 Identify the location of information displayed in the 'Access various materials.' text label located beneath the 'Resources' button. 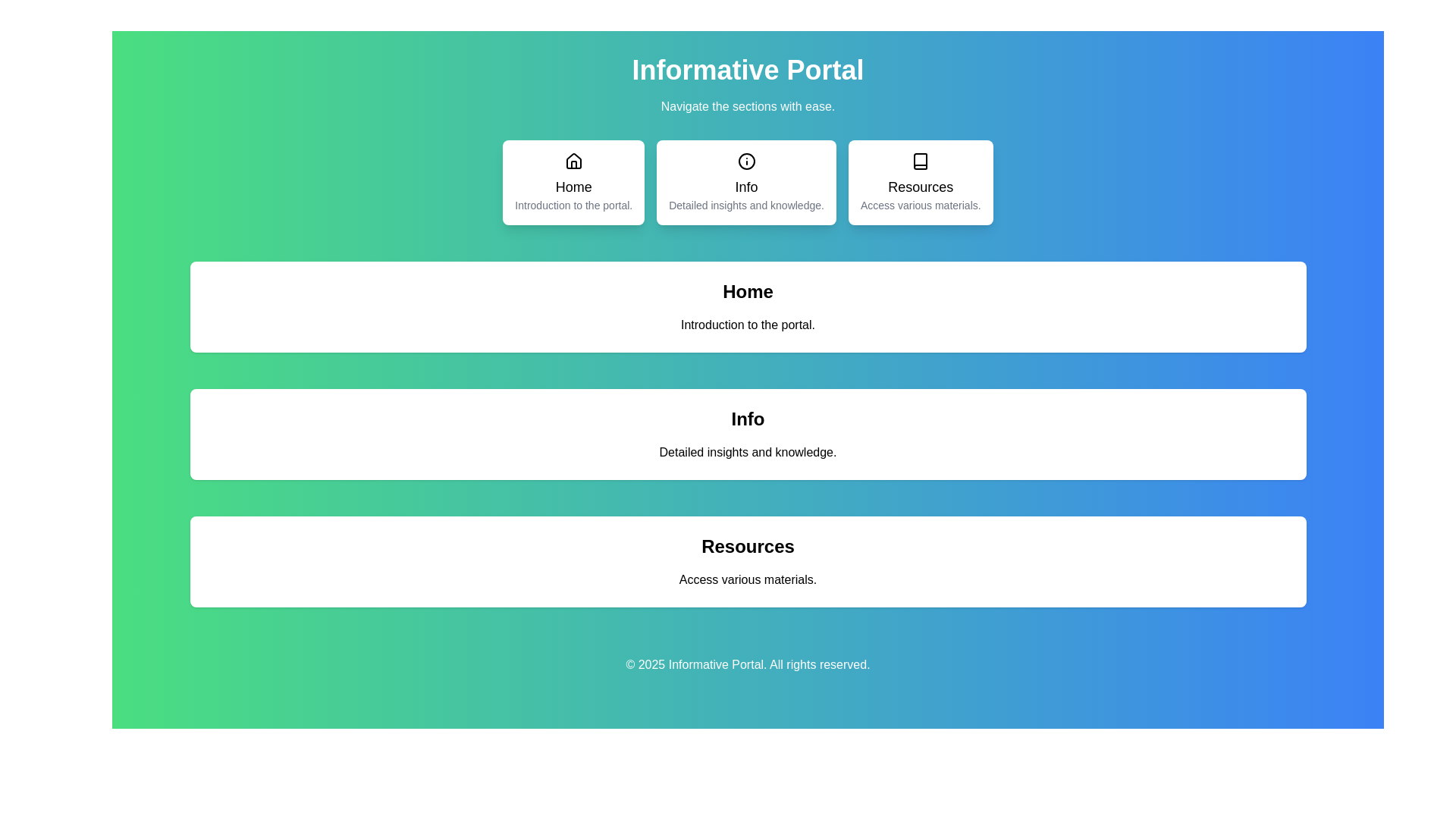
(920, 205).